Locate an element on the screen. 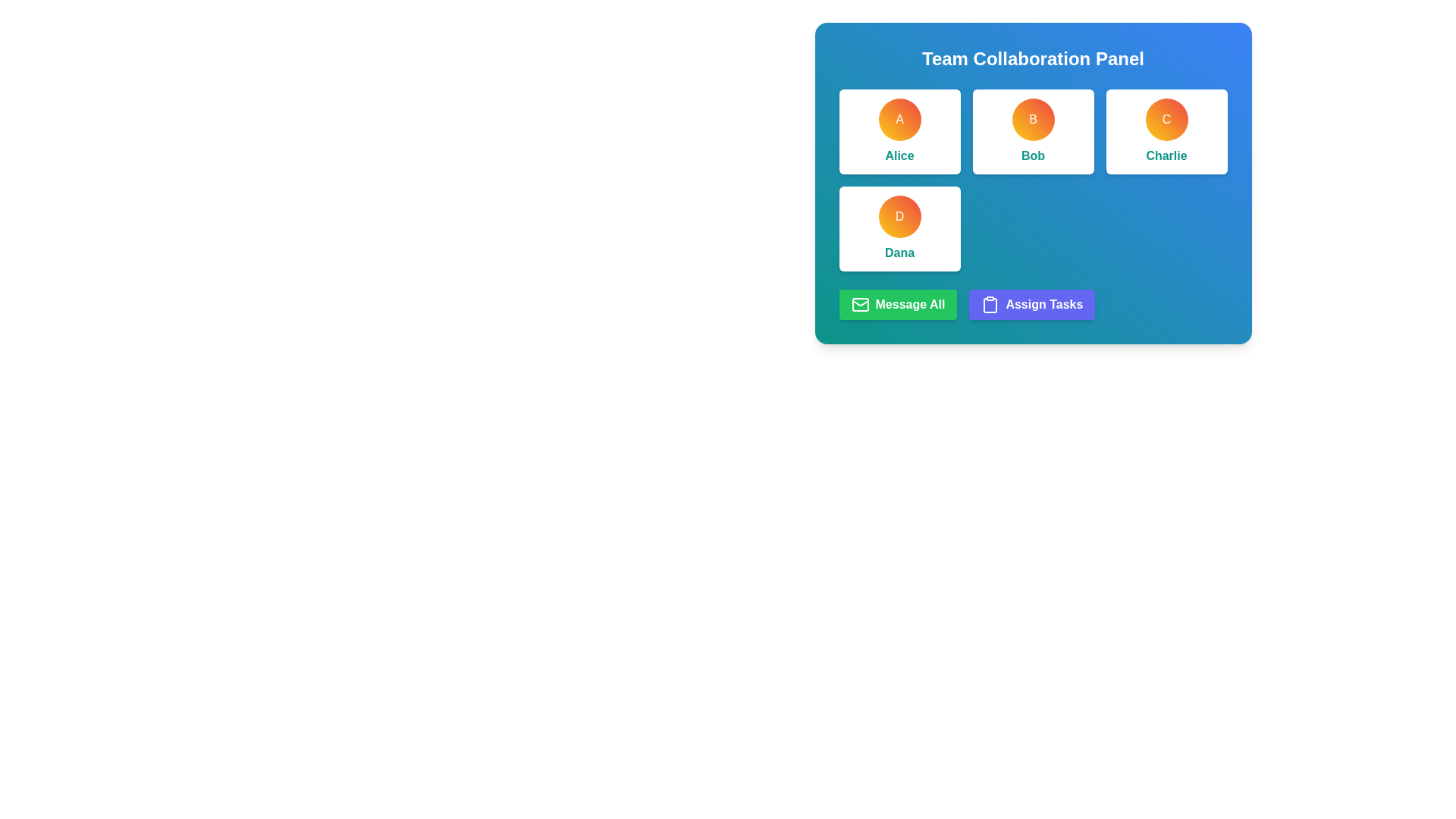 This screenshot has height=819, width=1456. the circular badge labeled 'D' with a gradient color from yellow to red, which is centrally placed within the 'Dana' card in the 'Team Collaboration Panel' is located at coordinates (899, 216).